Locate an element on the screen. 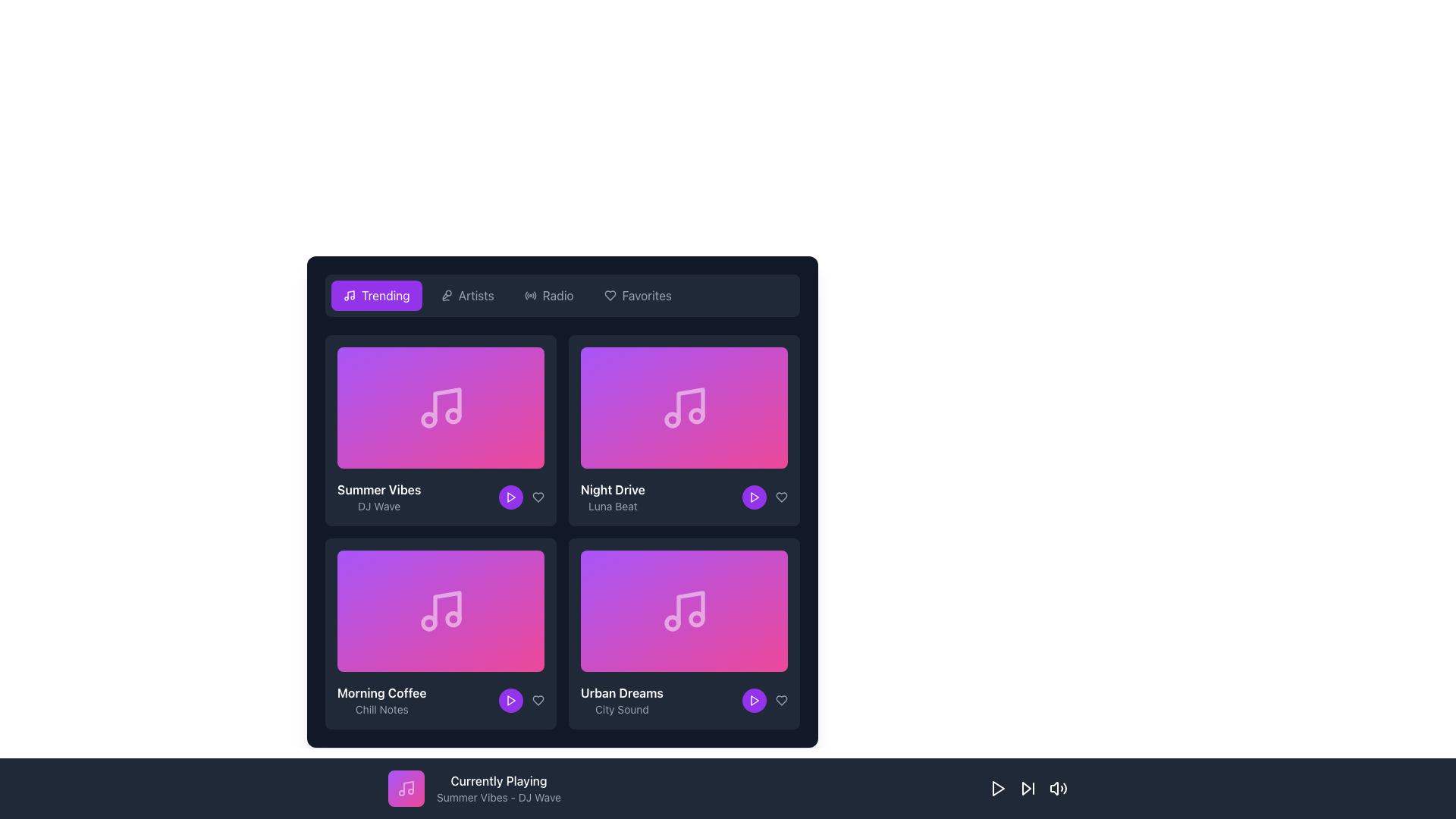  the 'Artists' button, which is the second tab from the left in a horizontal row of tabs is located at coordinates (466, 295).